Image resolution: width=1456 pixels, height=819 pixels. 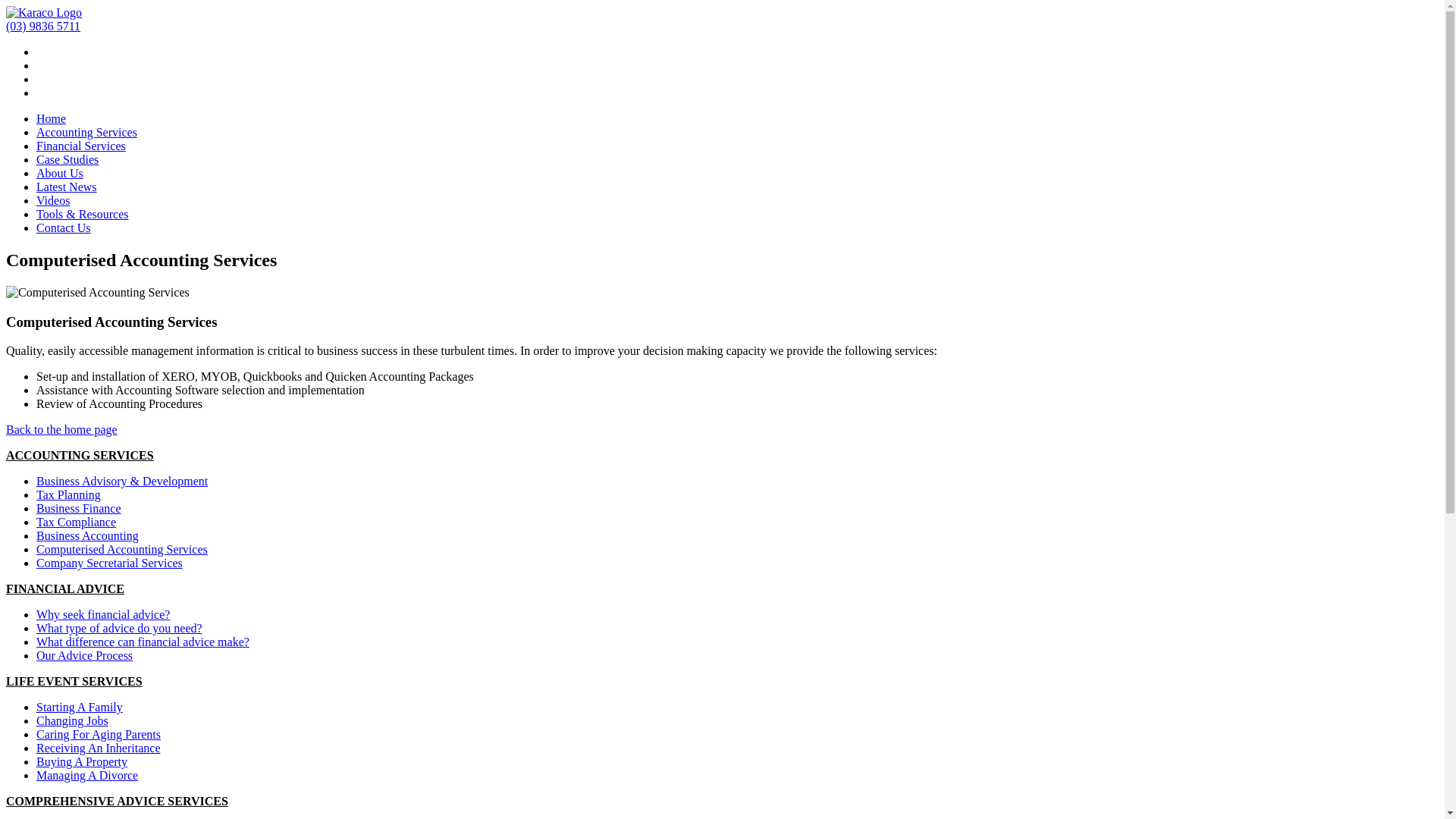 I want to click on 'Accounting Services', so click(x=86, y=131).